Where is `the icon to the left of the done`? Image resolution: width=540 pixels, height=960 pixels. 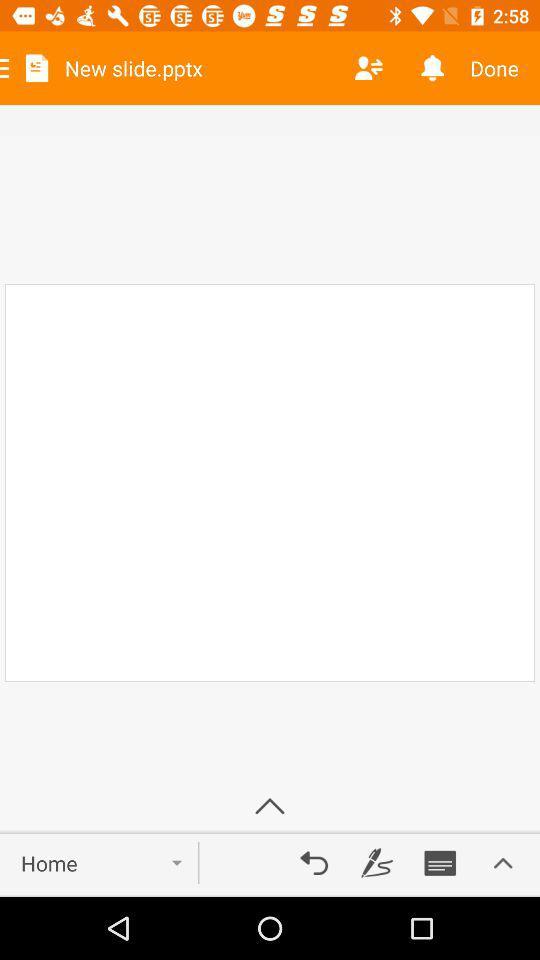 the icon to the left of the done is located at coordinates (431, 68).